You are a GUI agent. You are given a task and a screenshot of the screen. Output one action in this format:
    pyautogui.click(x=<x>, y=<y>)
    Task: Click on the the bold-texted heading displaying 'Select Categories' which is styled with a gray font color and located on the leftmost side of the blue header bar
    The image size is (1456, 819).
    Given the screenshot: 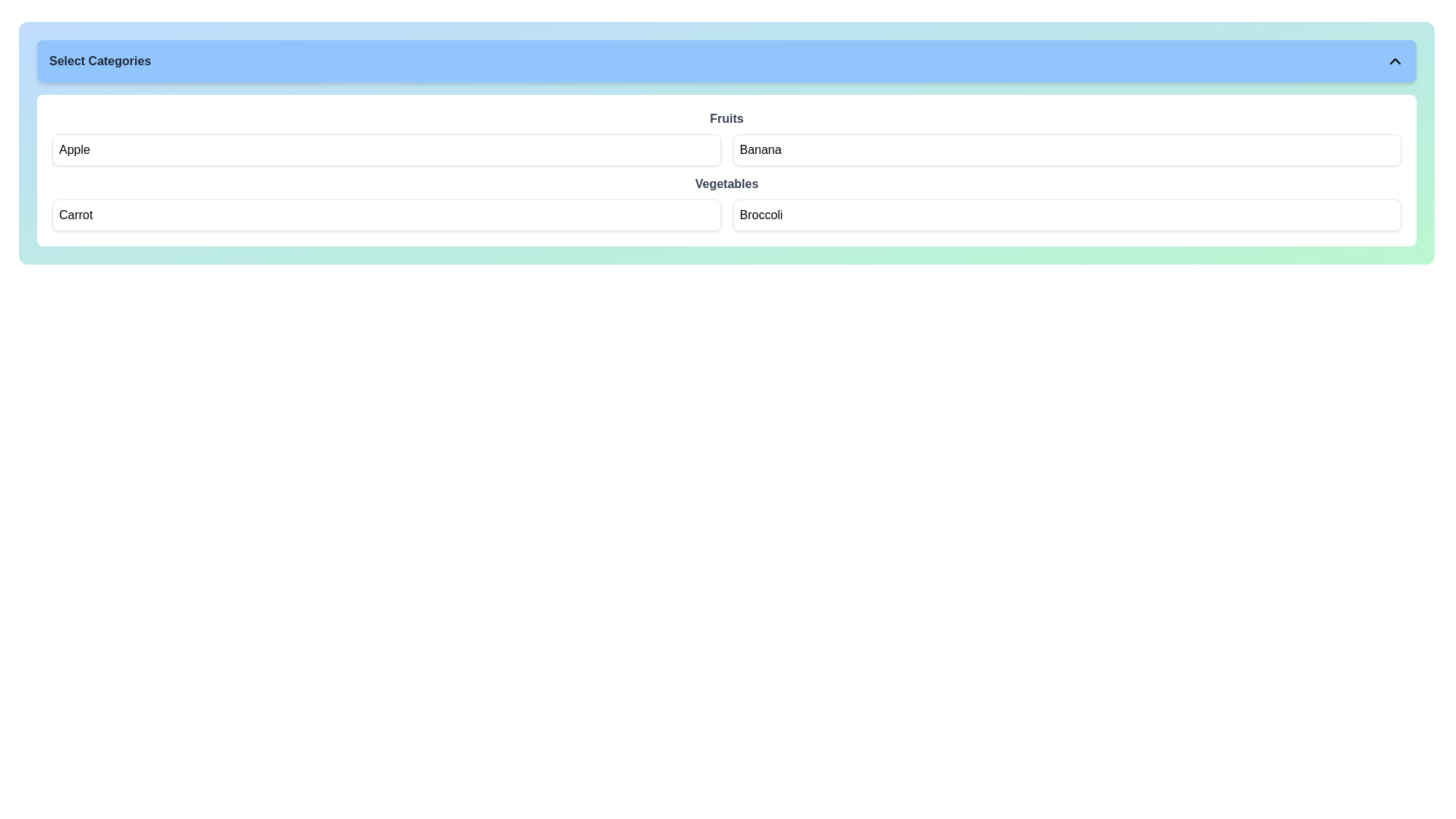 What is the action you would take?
    pyautogui.click(x=99, y=61)
    